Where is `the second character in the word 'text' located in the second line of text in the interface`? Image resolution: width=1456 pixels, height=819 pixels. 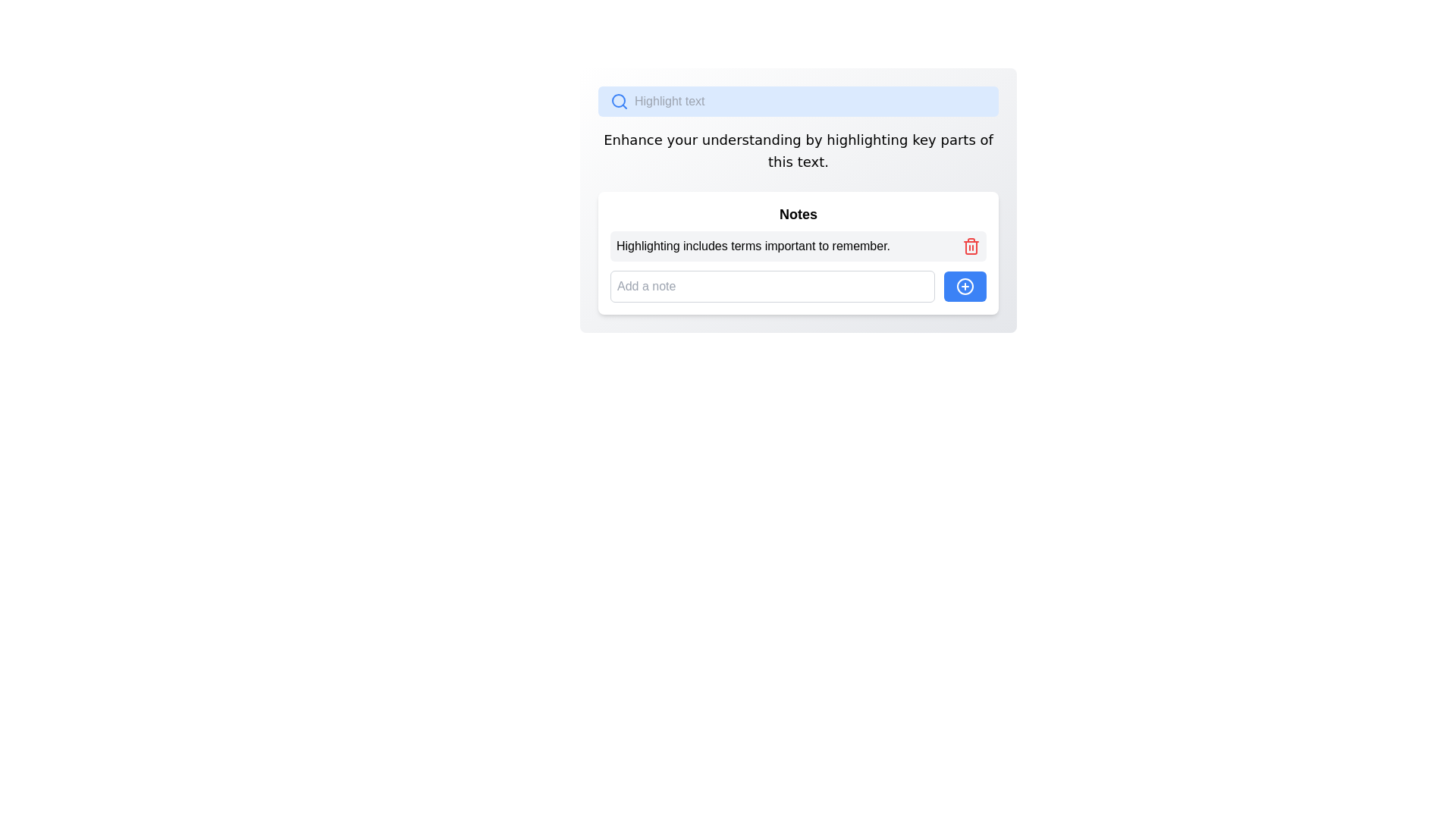 the second character in the word 'text' located in the second line of text in the interface is located at coordinates (799, 162).